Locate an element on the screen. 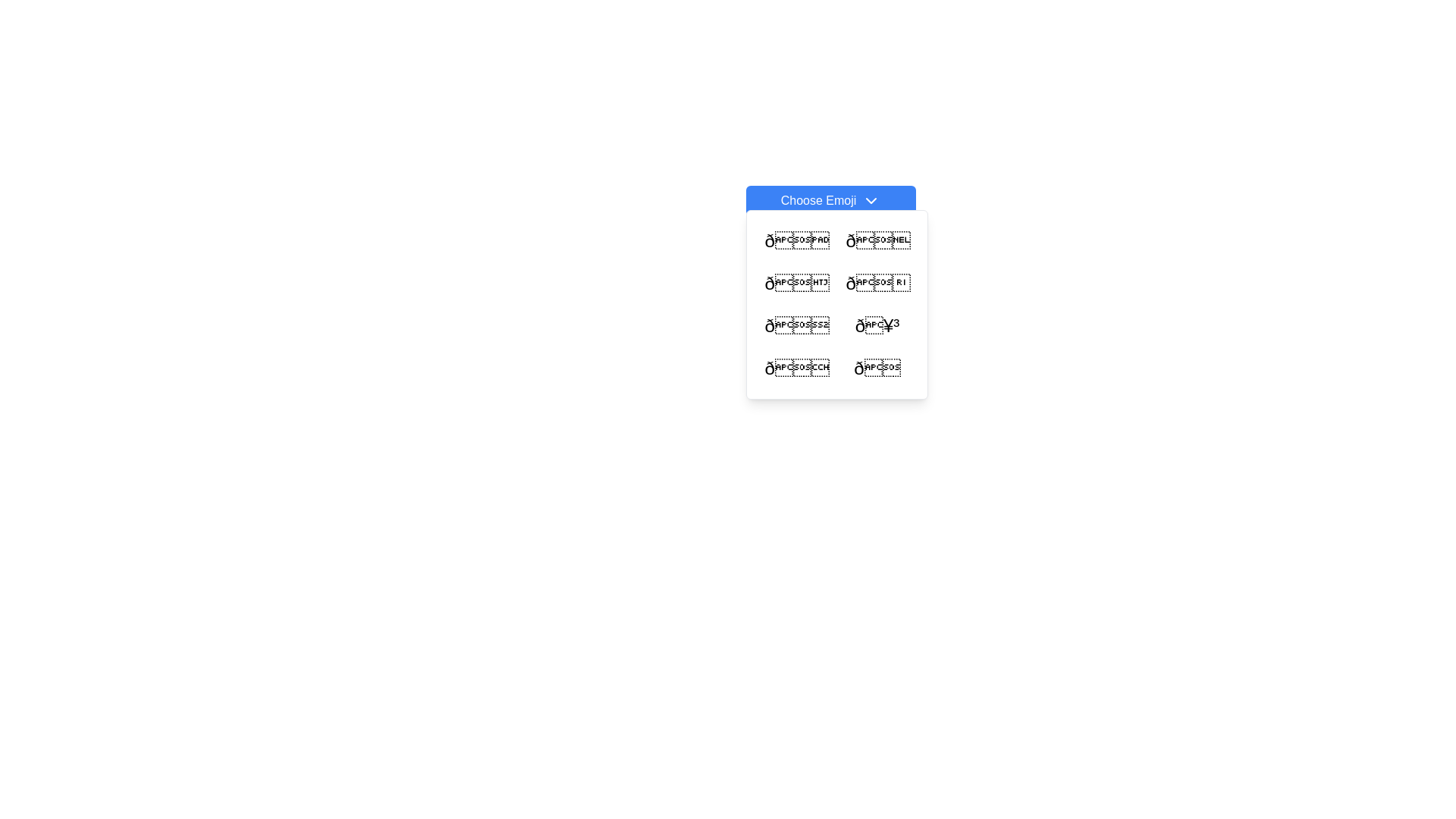 This screenshot has height=819, width=1456. the clickable emoji option, which is a single emoji in a large font with a rounded background, located in the second row and second column of the emoji grid in the dropdown menu is located at coordinates (877, 325).